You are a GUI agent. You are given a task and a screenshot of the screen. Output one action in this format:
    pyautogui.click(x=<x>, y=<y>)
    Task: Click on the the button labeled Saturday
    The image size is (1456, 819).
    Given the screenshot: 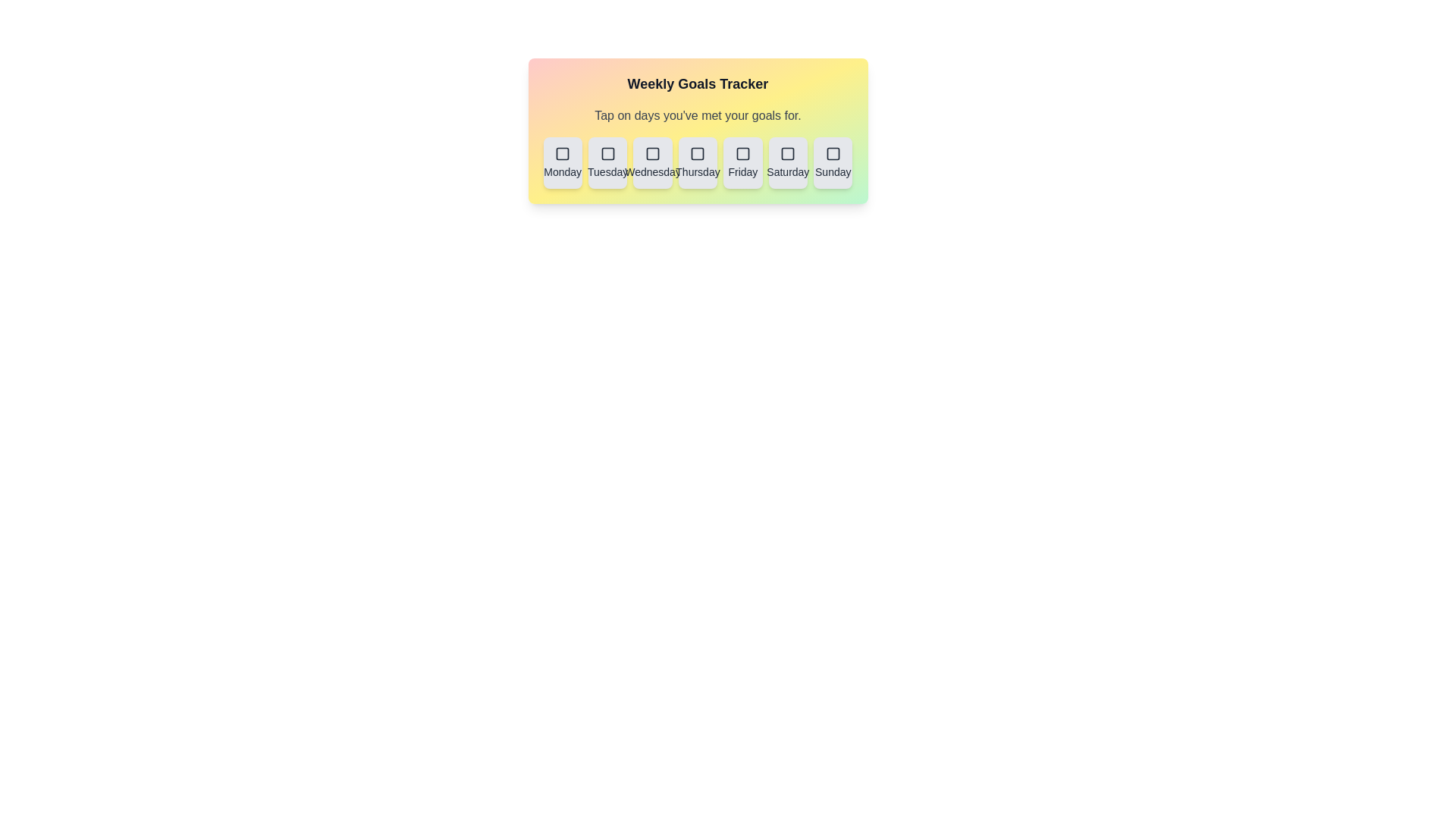 What is the action you would take?
    pyautogui.click(x=788, y=163)
    